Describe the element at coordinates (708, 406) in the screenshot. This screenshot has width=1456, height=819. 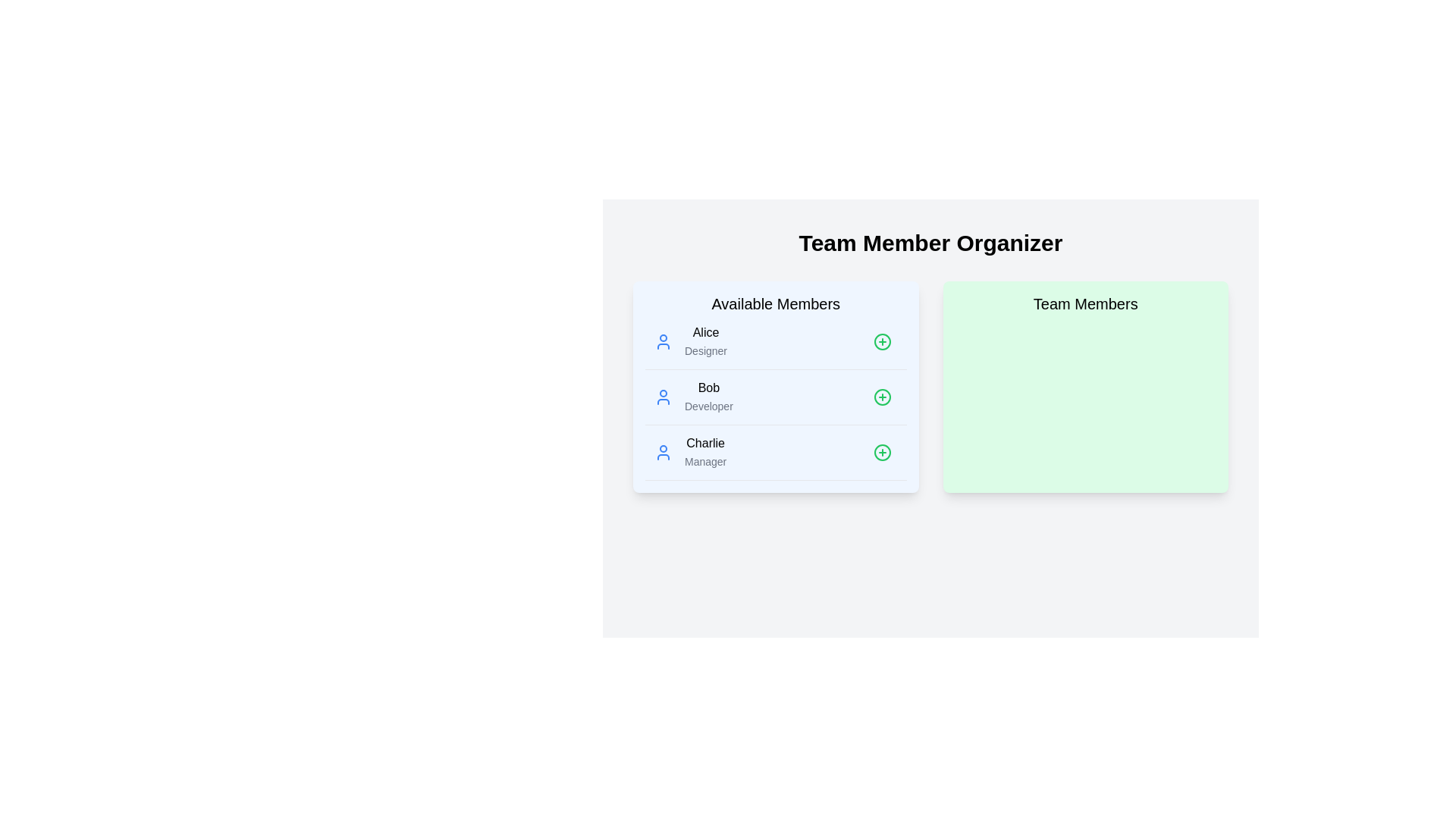
I see `the text label indicating 'Developer' for the user named 'Bob', located beneath the text 'Bob' in the 'Available Members' section` at that location.